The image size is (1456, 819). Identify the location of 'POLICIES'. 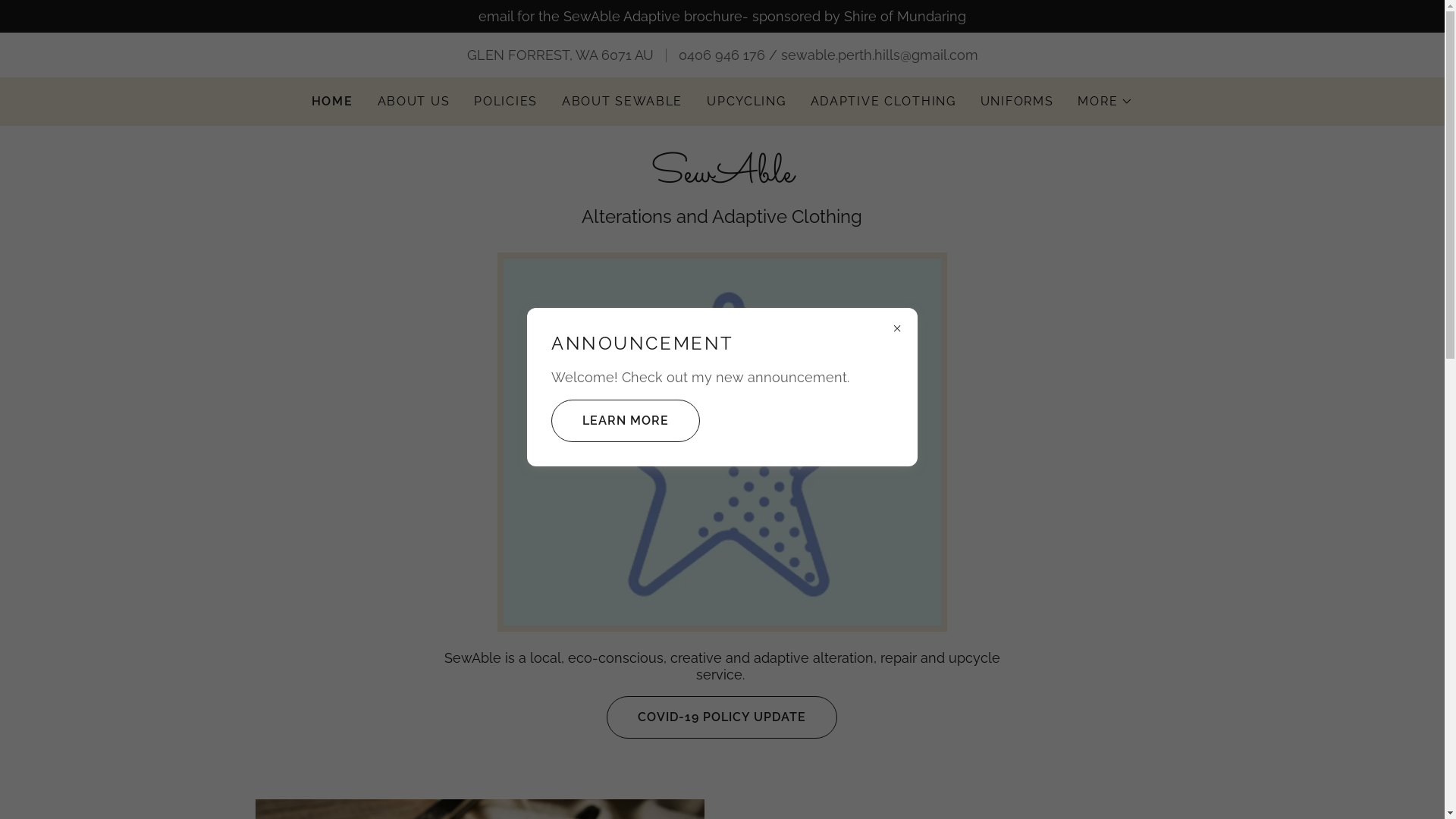
(506, 102).